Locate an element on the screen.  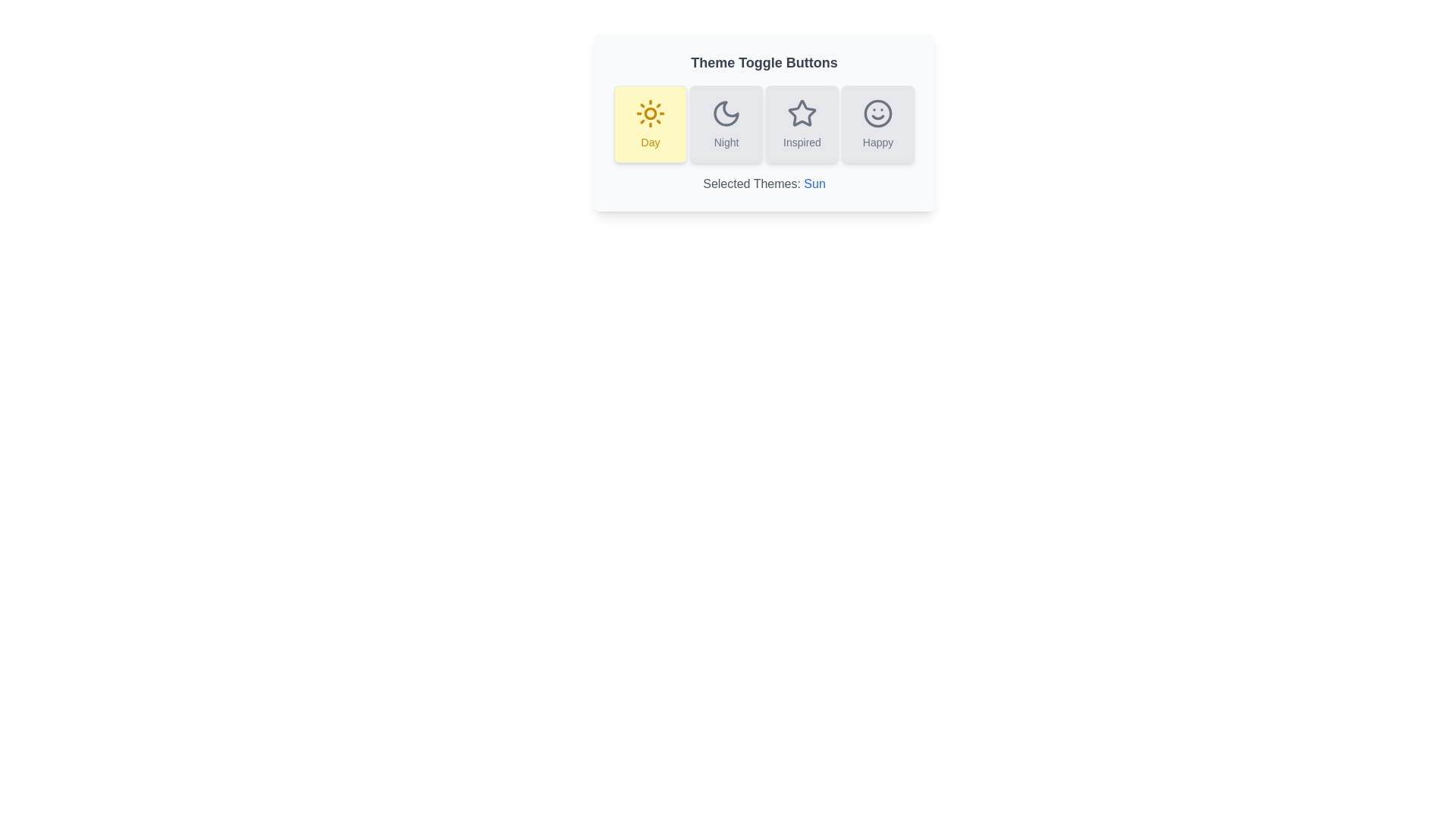
the square button labeled 'Day' with a sun icon is located at coordinates (651, 124).